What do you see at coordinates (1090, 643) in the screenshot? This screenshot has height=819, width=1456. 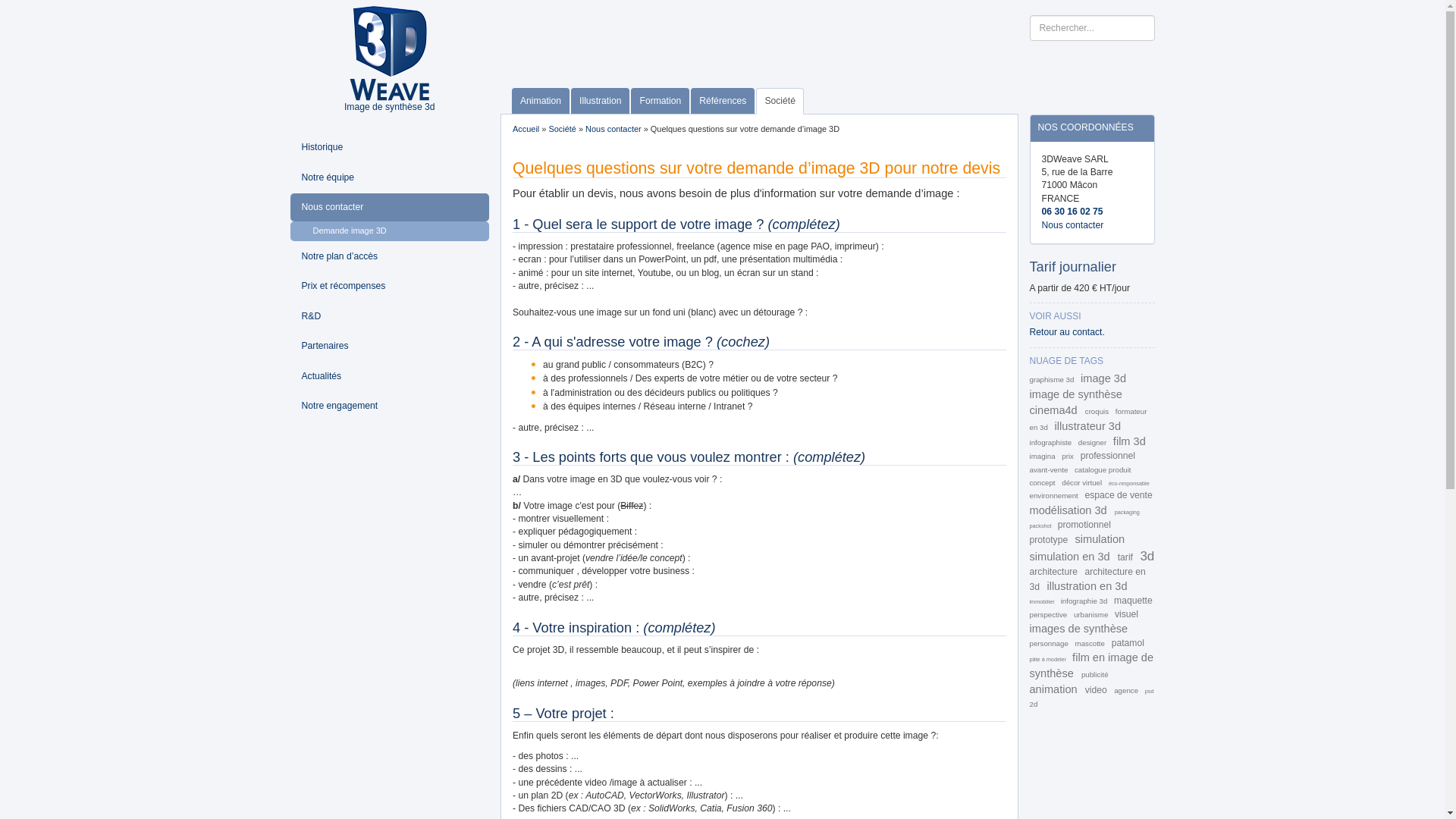 I see `'mascotte'` at bounding box center [1090, 643].